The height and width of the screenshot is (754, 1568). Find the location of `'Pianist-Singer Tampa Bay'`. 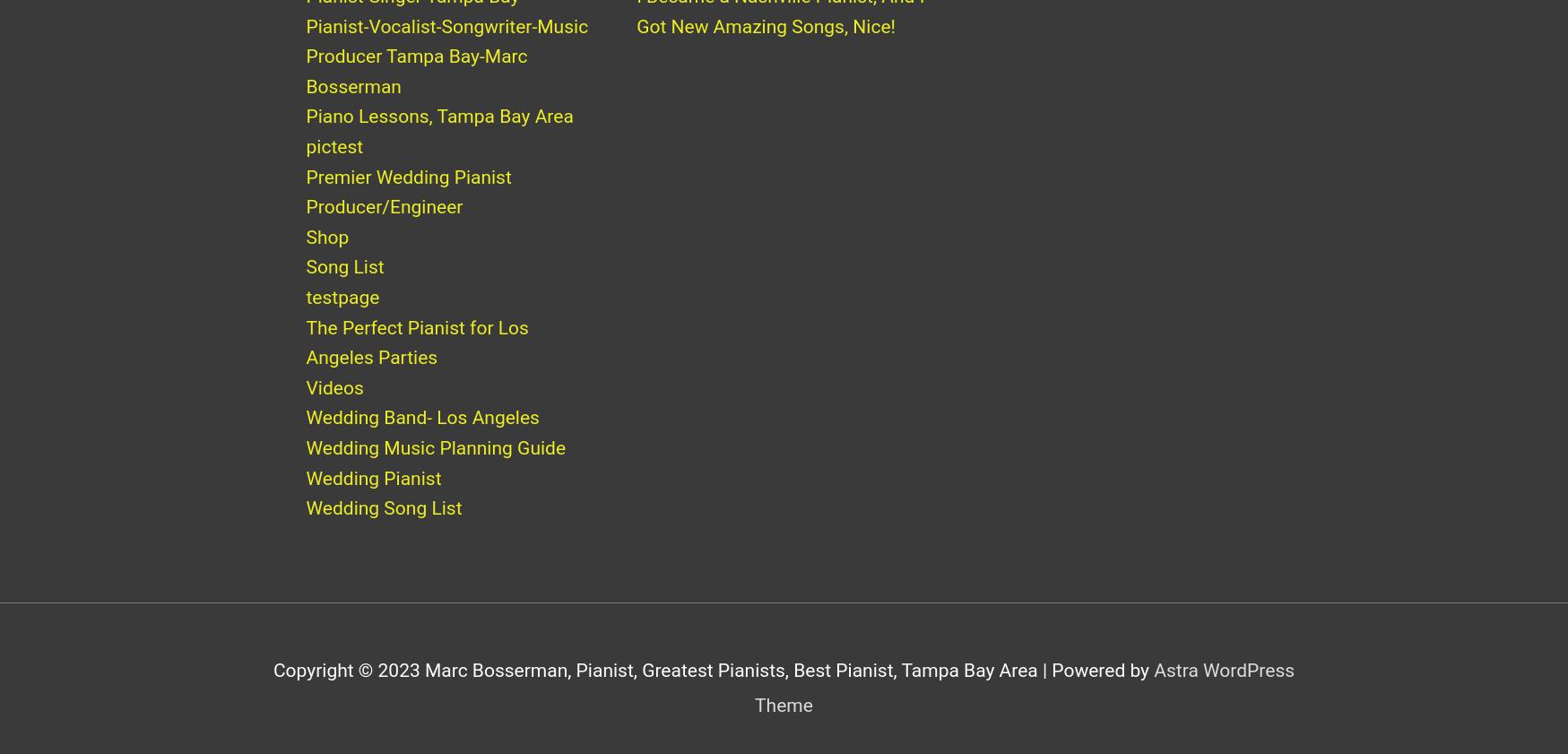

'Pianist-Singer Tampa Bay' is located at coordinates (411, 13).